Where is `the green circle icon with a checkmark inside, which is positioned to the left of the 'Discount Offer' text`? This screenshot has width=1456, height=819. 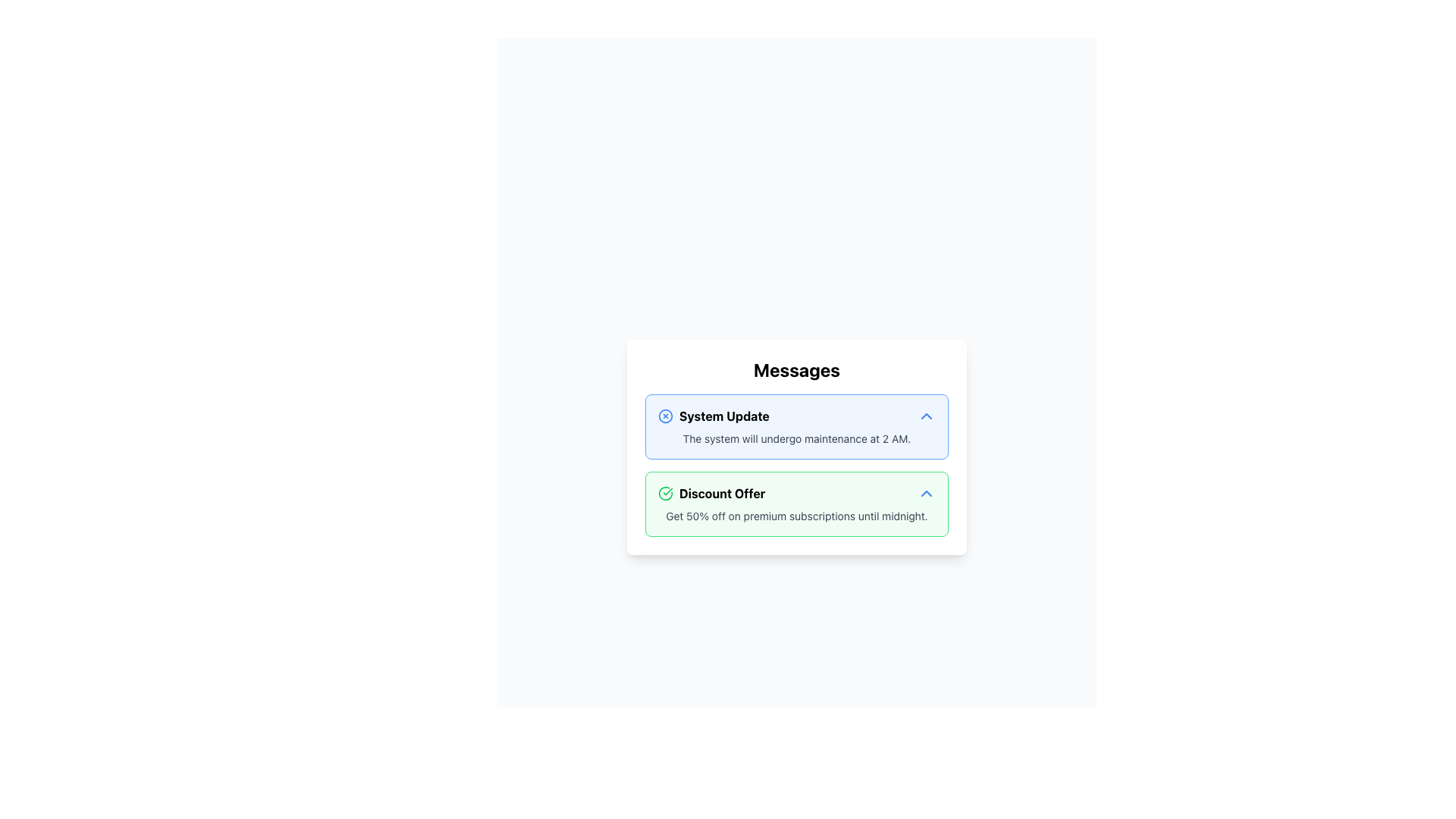 the green circle icon with a checkmark inside, which is positioned to the left of the 'Discount Offer' text is located at coordinates (666, 494).